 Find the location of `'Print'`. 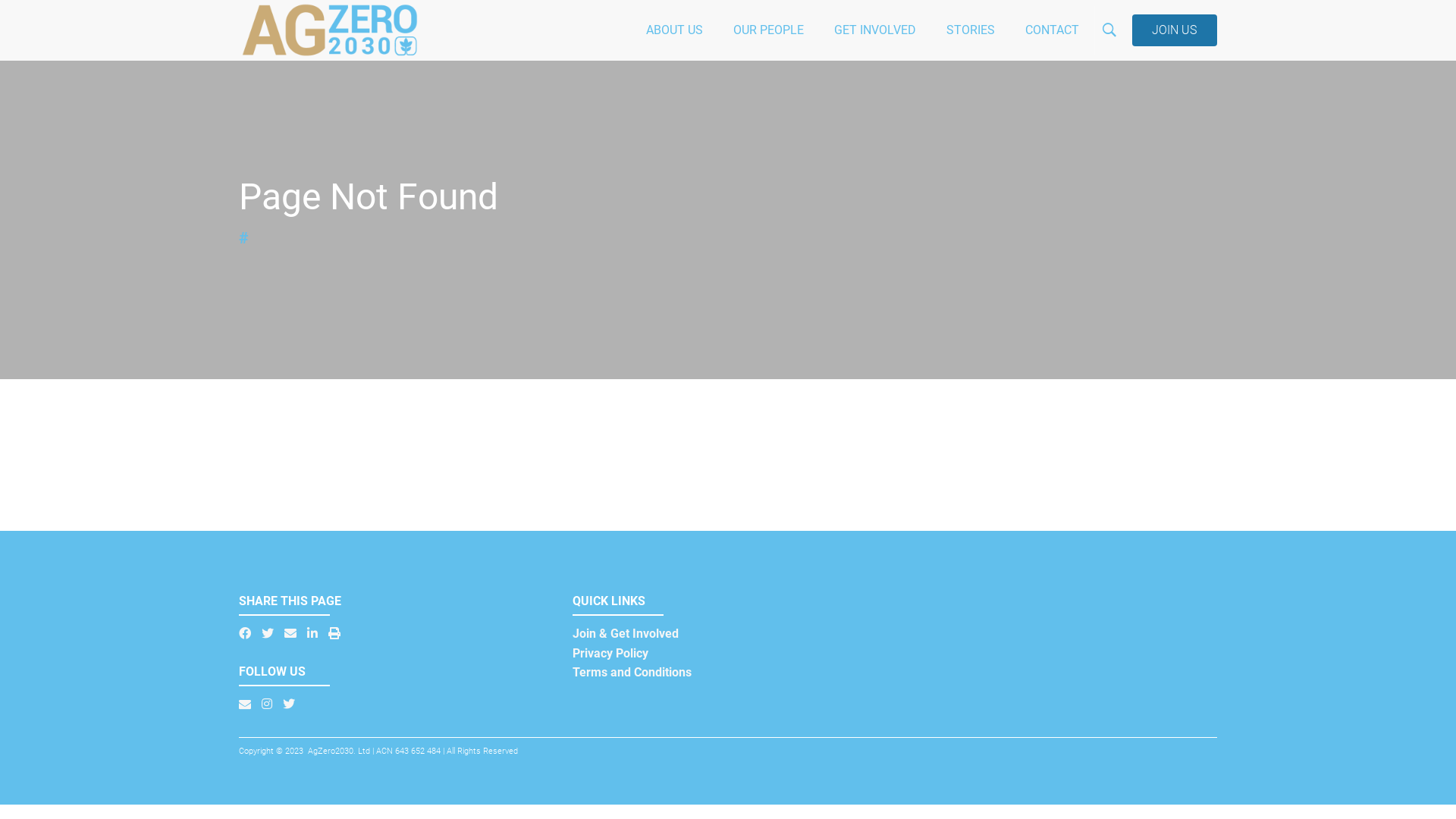

'Print' is located at coordinates (334, 632).